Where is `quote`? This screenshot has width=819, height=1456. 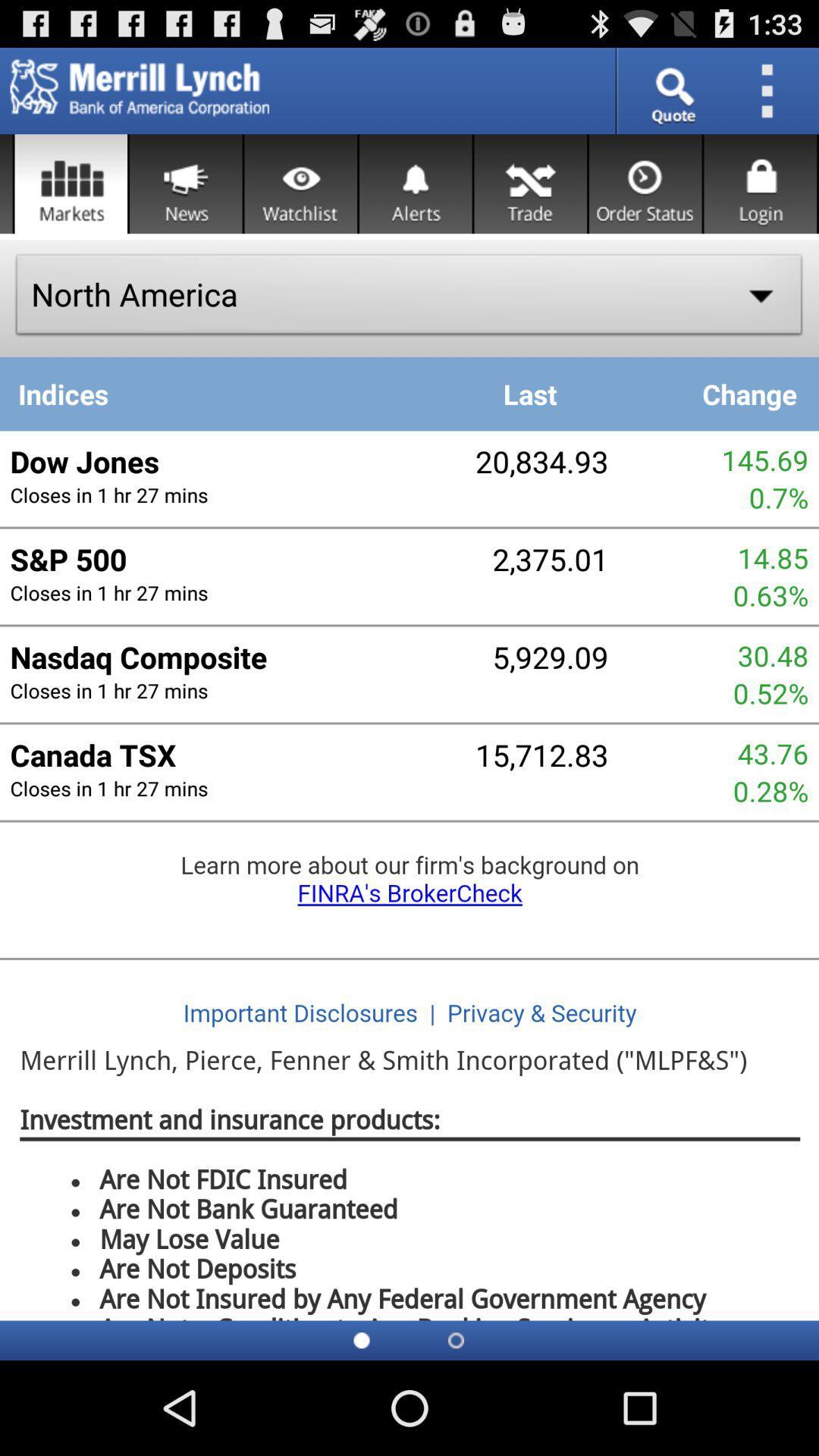
quote is located at coordinates (670, 90).